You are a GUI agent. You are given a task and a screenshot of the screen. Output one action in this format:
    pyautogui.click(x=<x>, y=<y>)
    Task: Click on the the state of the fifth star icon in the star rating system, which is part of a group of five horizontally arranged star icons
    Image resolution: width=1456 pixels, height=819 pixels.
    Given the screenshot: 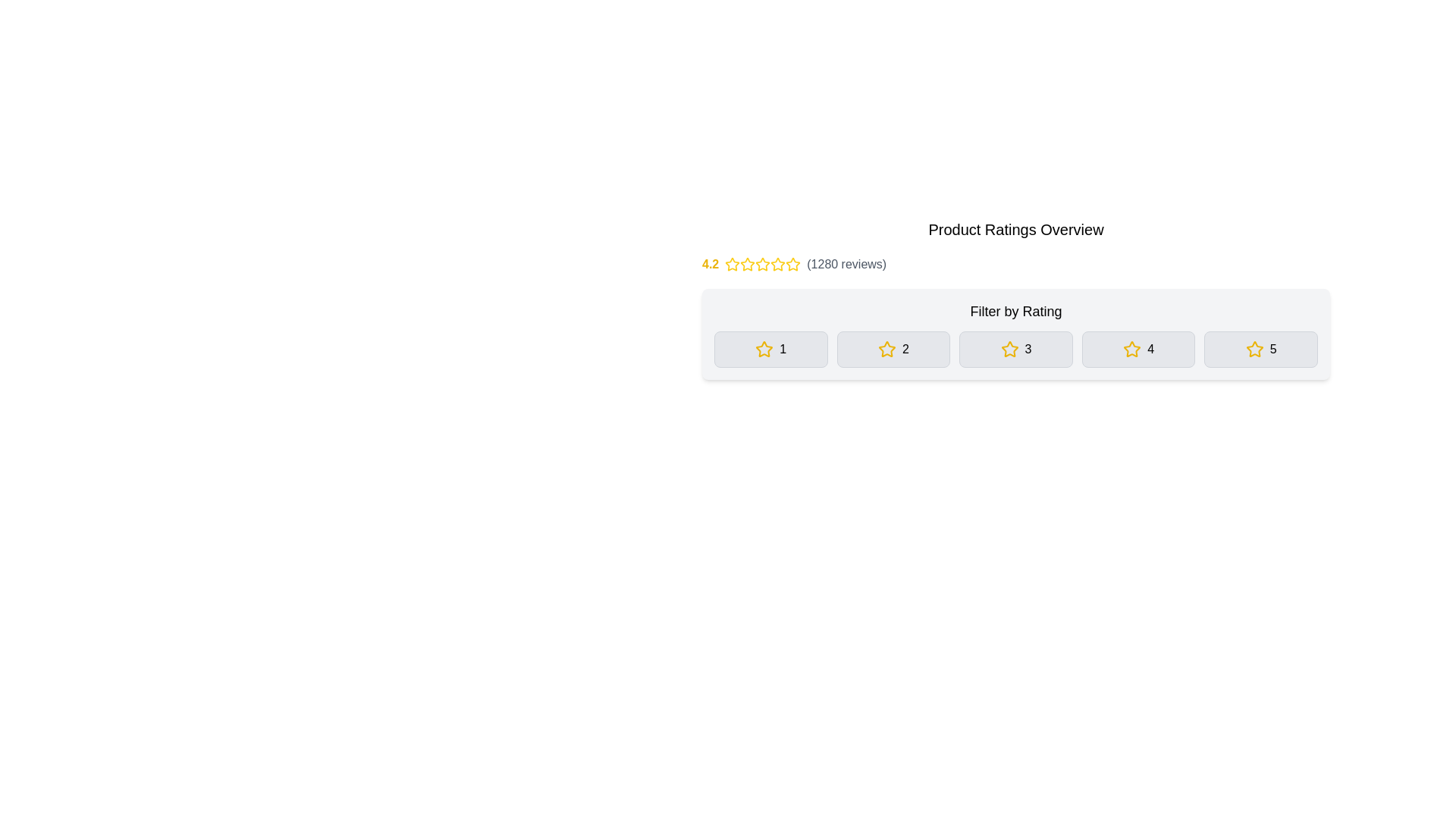 What is the action you would take?
    pyautogui.click(x=778, y=263)
    